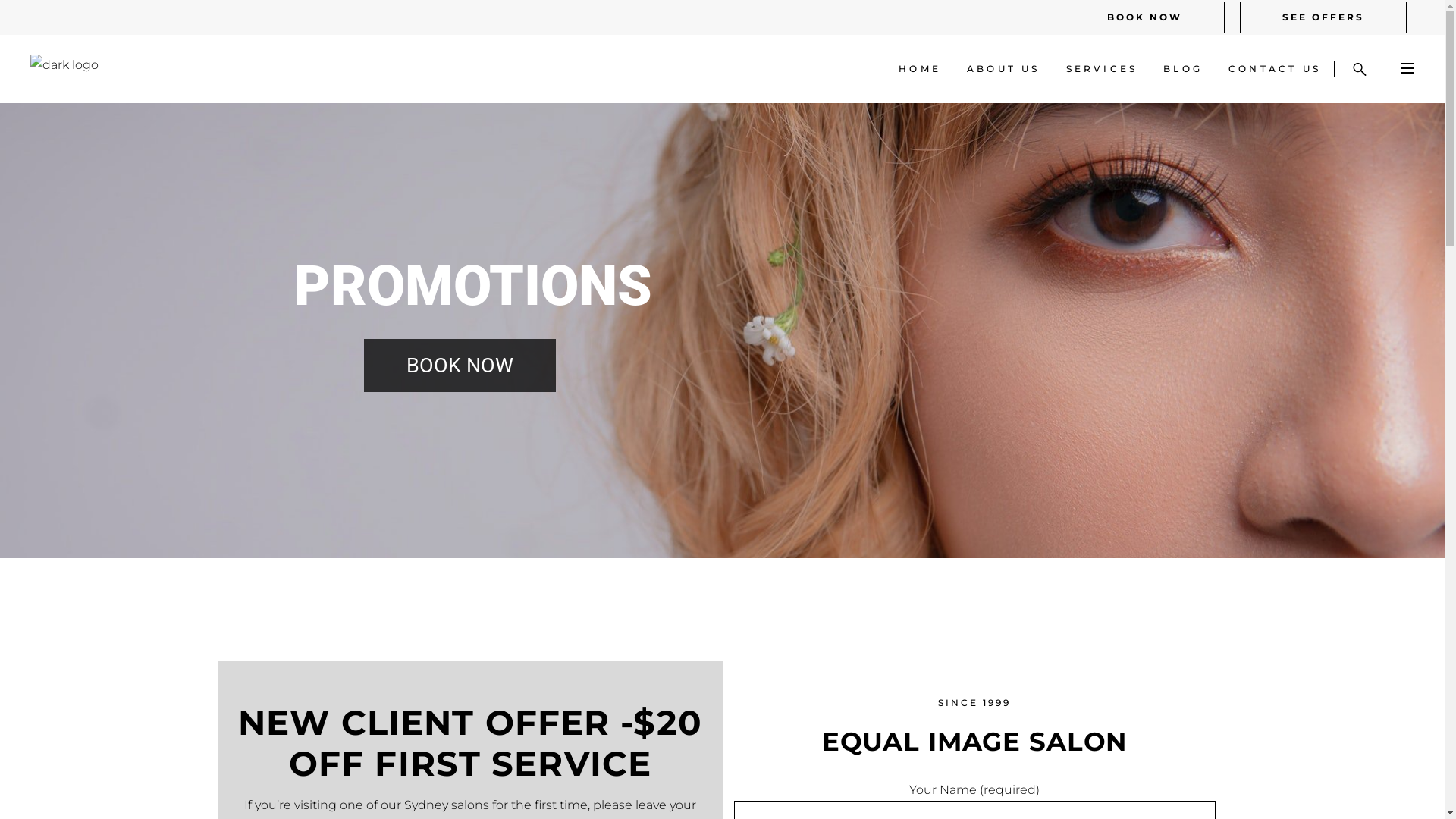 The height and width of the screenshot is (819, 1456). Describe the element at coordinates (1063, 17) in the screenshot. I see `'BOOK NOW'` at that location.